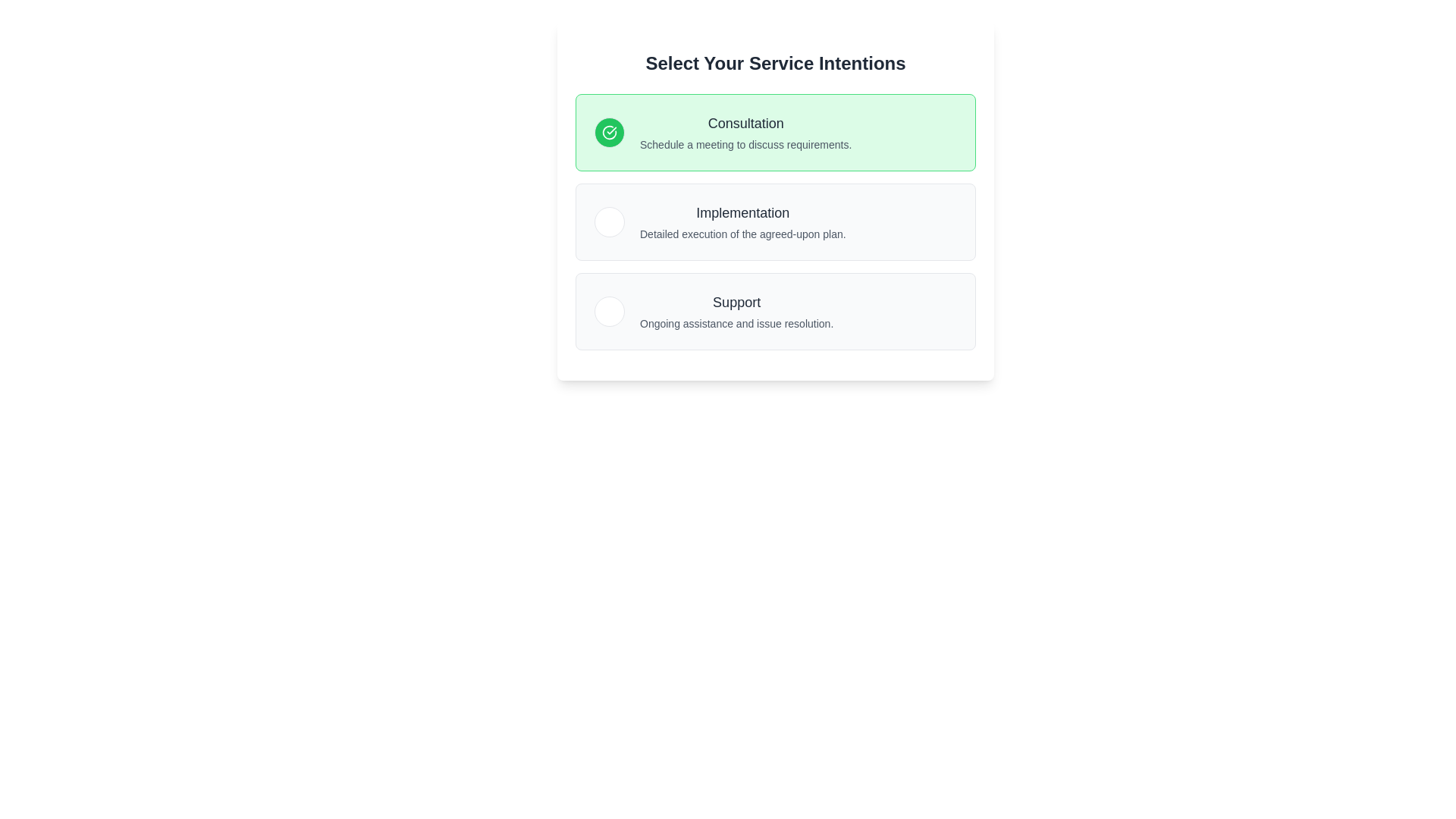  I want to click on the circular icon on the left side of the 'Support' selectable option element, so click(713, 311).